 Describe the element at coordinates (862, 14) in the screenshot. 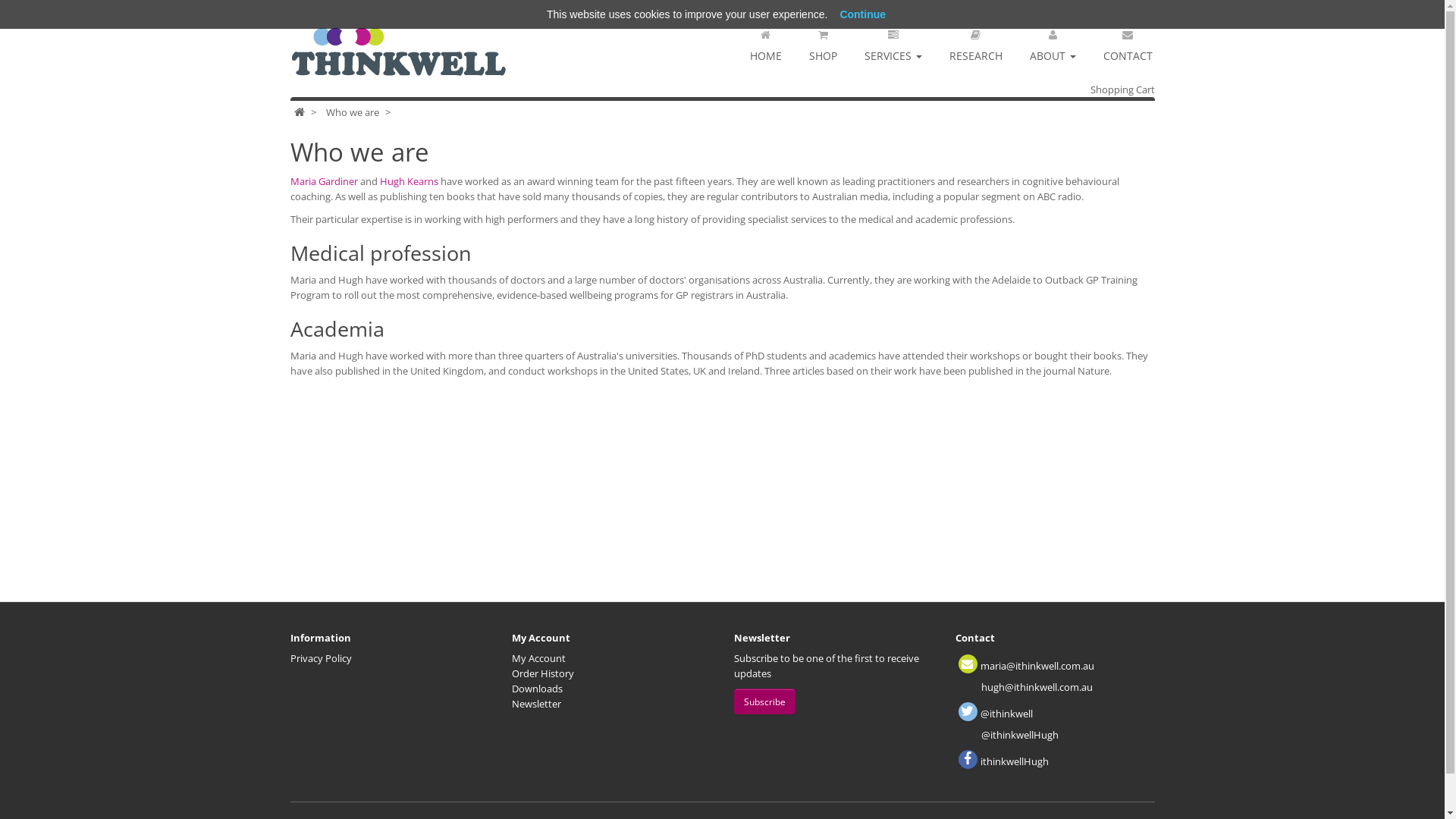

I see `'Continue'` at that location.